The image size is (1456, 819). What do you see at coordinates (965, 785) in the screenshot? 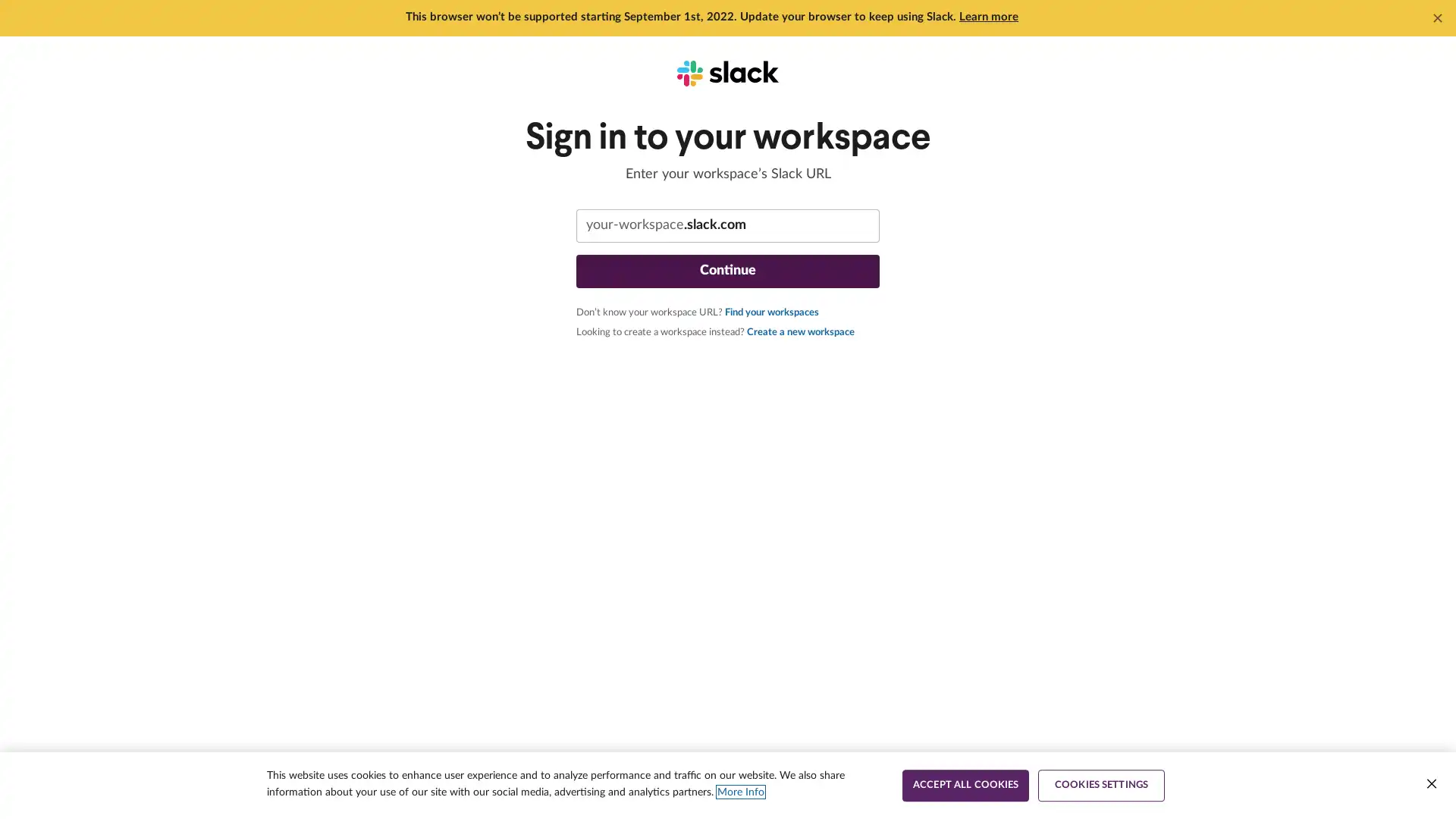
I see `ACCEPT ALL COOKIES` at bounding box center [965, 785].